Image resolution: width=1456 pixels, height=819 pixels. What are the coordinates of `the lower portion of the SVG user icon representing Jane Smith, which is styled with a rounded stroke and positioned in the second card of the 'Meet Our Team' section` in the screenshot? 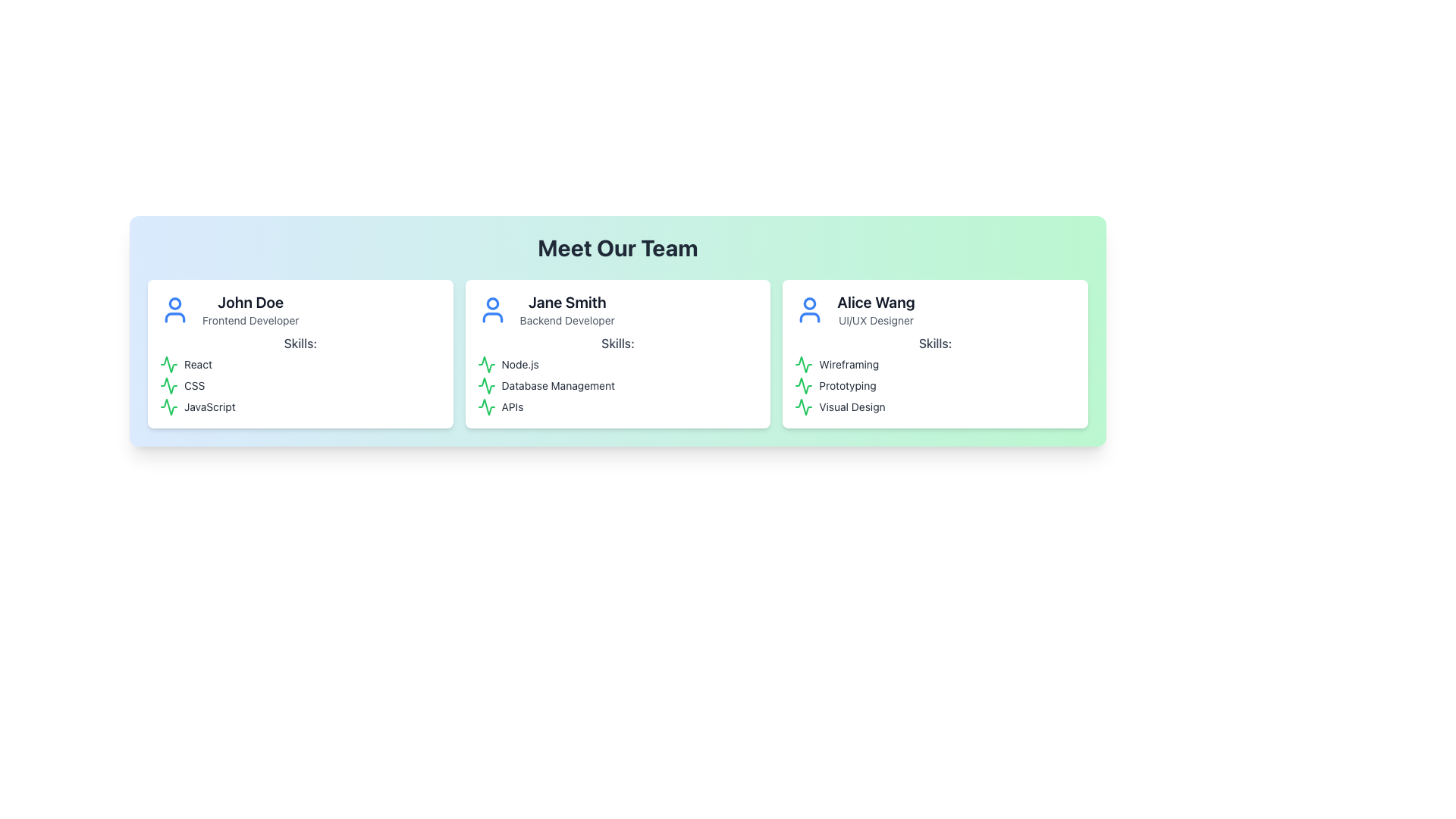 It's located at (492, 317).